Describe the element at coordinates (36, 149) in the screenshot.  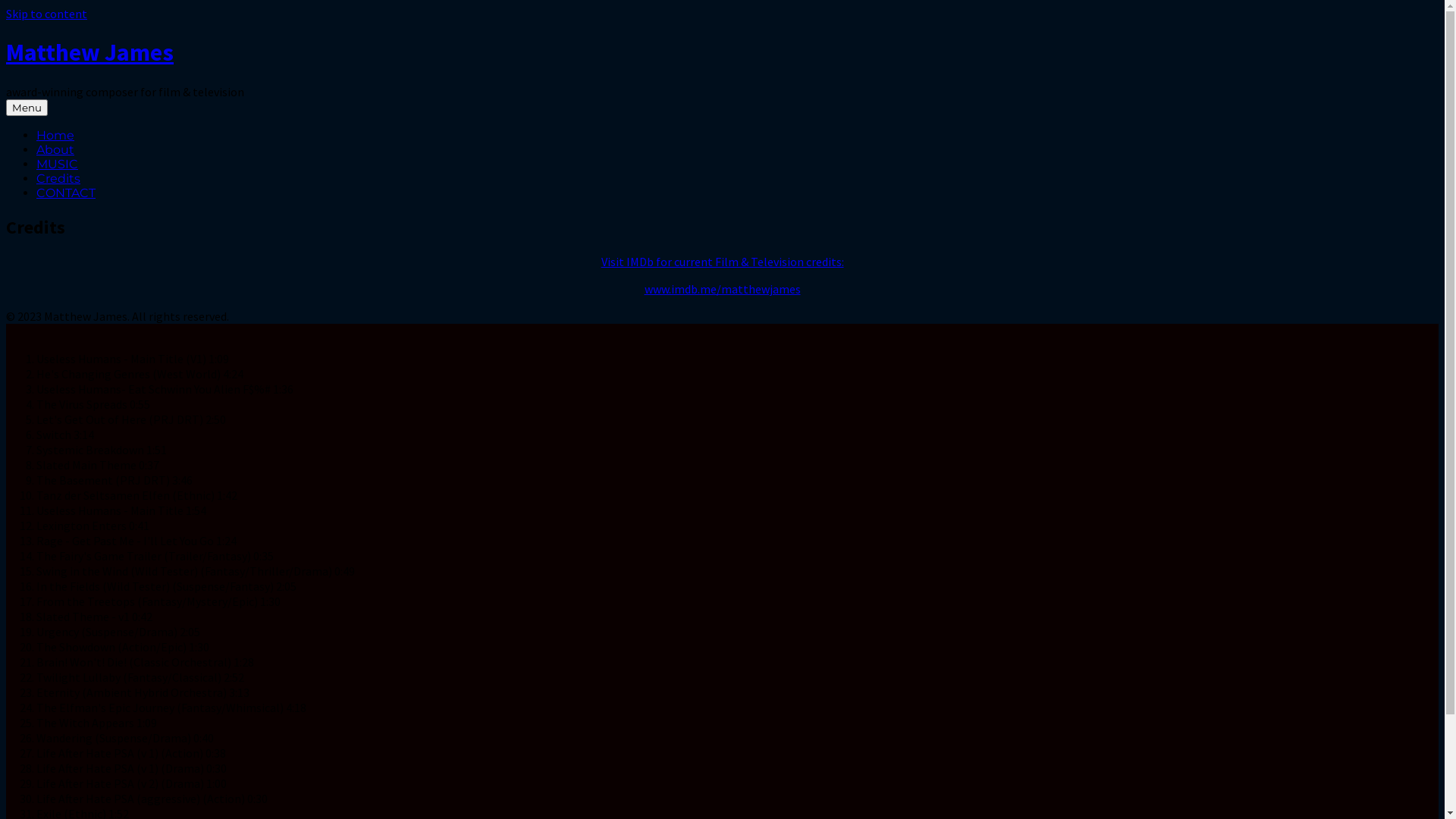
I see `'About'` at that location.